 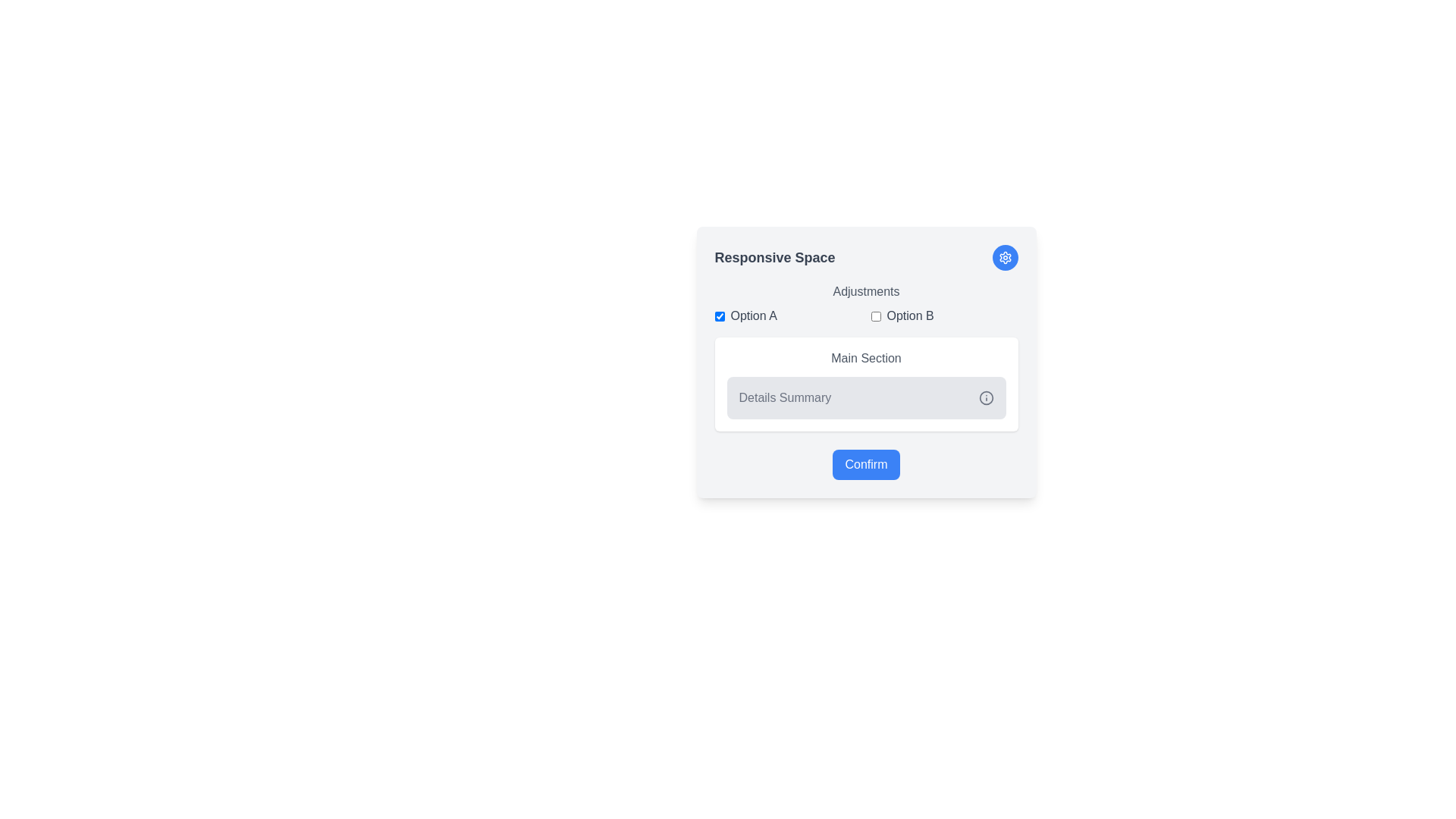 I want to click on the settings button located at the far right side of the header in the 'Responsive Space' section, so click(x=1005, y=256).